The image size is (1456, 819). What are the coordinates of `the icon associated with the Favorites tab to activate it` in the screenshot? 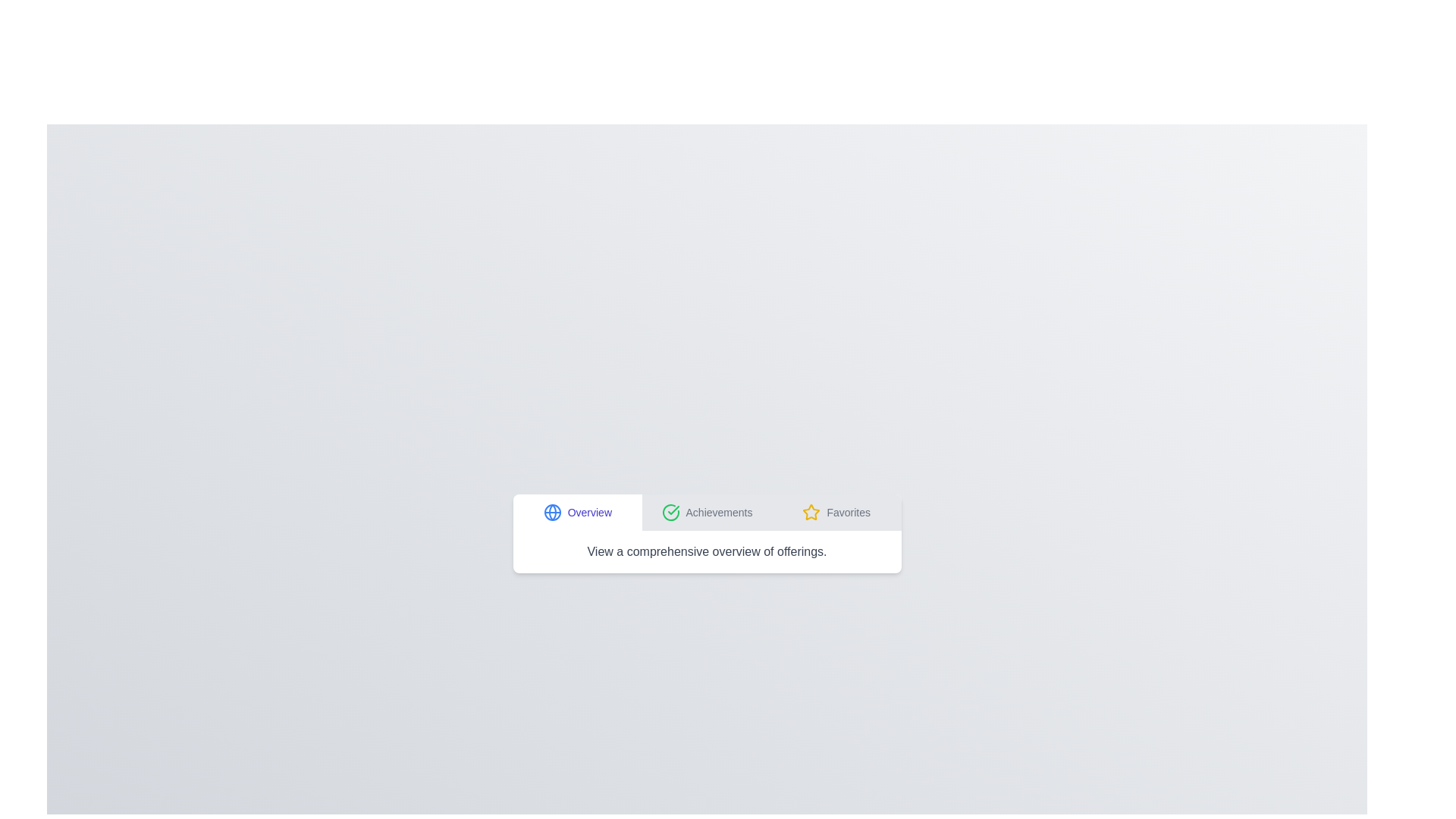 It's located at (811, 512).